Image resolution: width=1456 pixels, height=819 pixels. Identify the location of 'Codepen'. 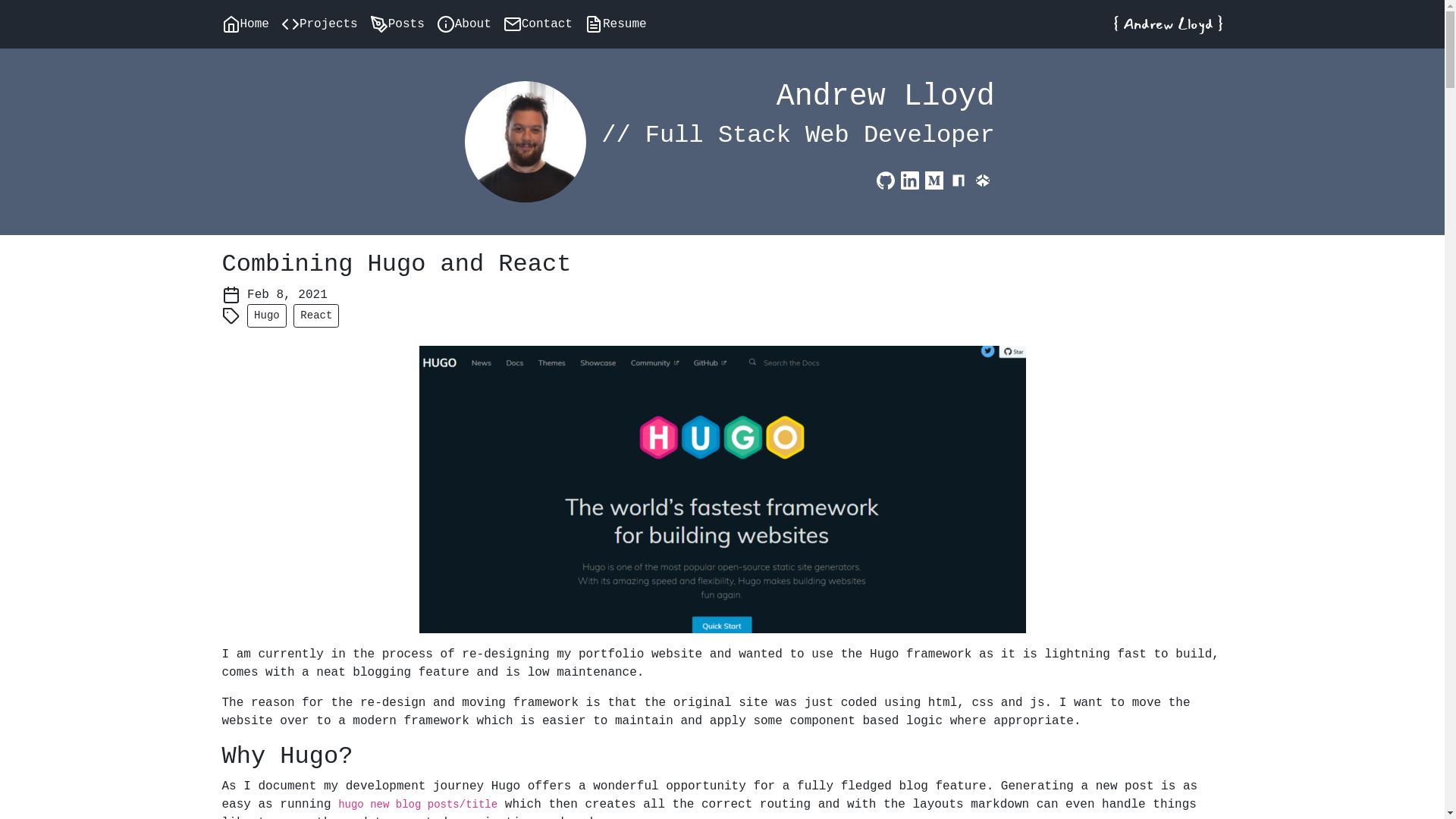
(971, 180).